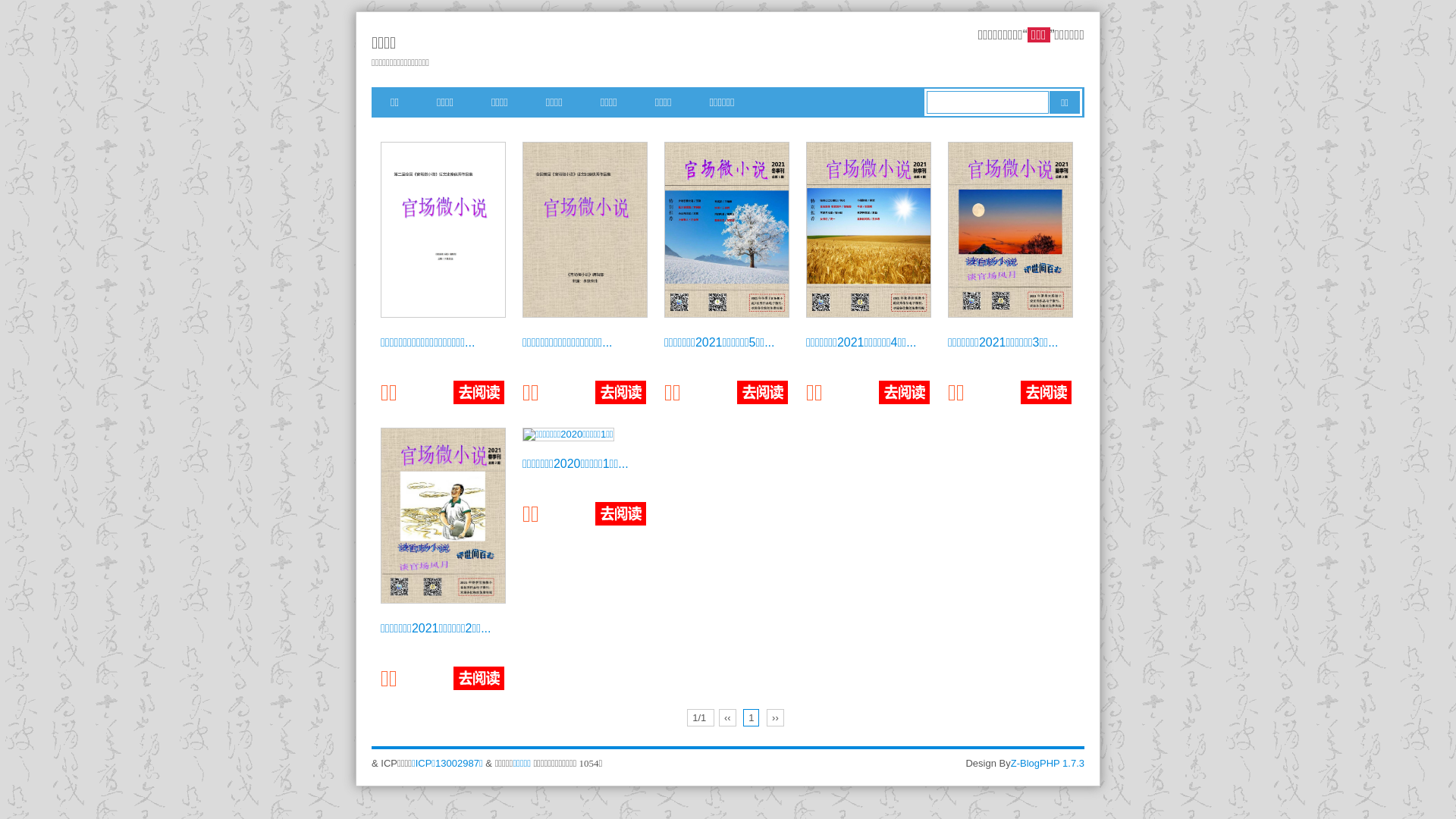 The image size is (1456, 819). What do you see at coordinates (1046, 763) in the screenshot?
I see `'Z-BlogPHP 1.7.3'` at bounding box center [1046, 763].